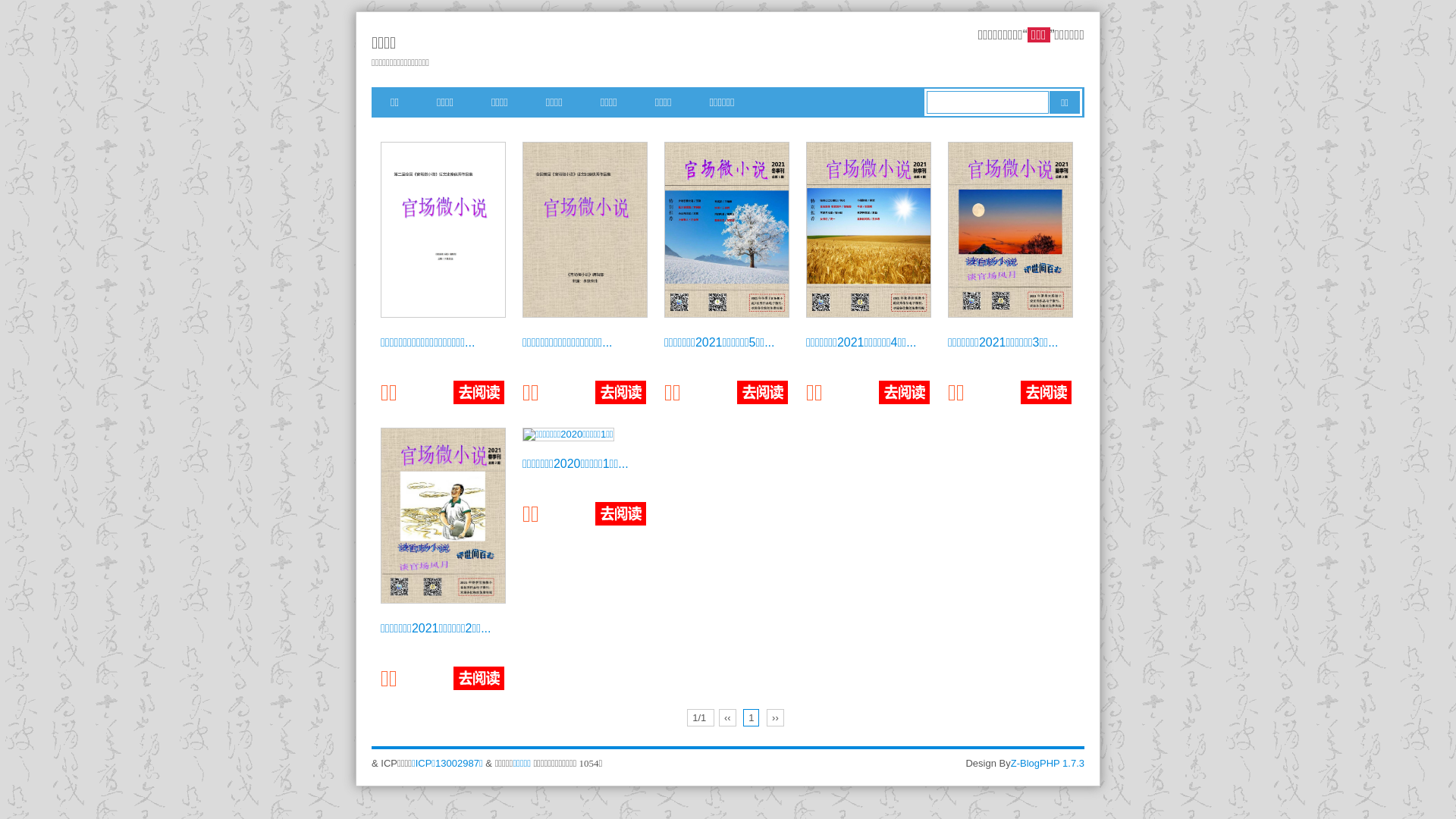 The image size is (1456, 819). What do you see at coordinates (1046, 763) in the screenshot?
I see `'Z-BlogPHP 1.7.3'` at bounding box center [1046, 763].